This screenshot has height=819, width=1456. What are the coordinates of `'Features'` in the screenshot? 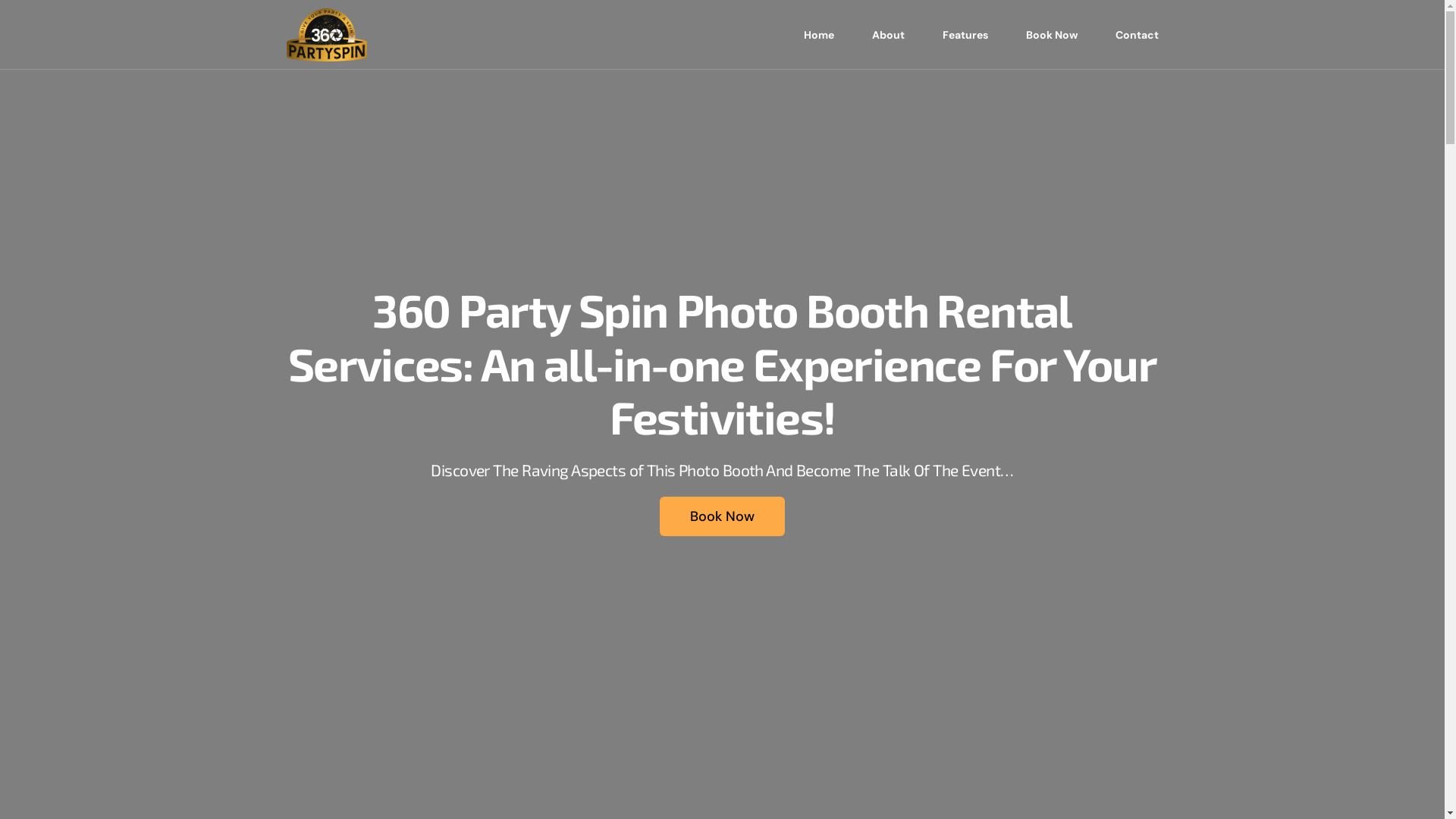 It's located at (964, 34).